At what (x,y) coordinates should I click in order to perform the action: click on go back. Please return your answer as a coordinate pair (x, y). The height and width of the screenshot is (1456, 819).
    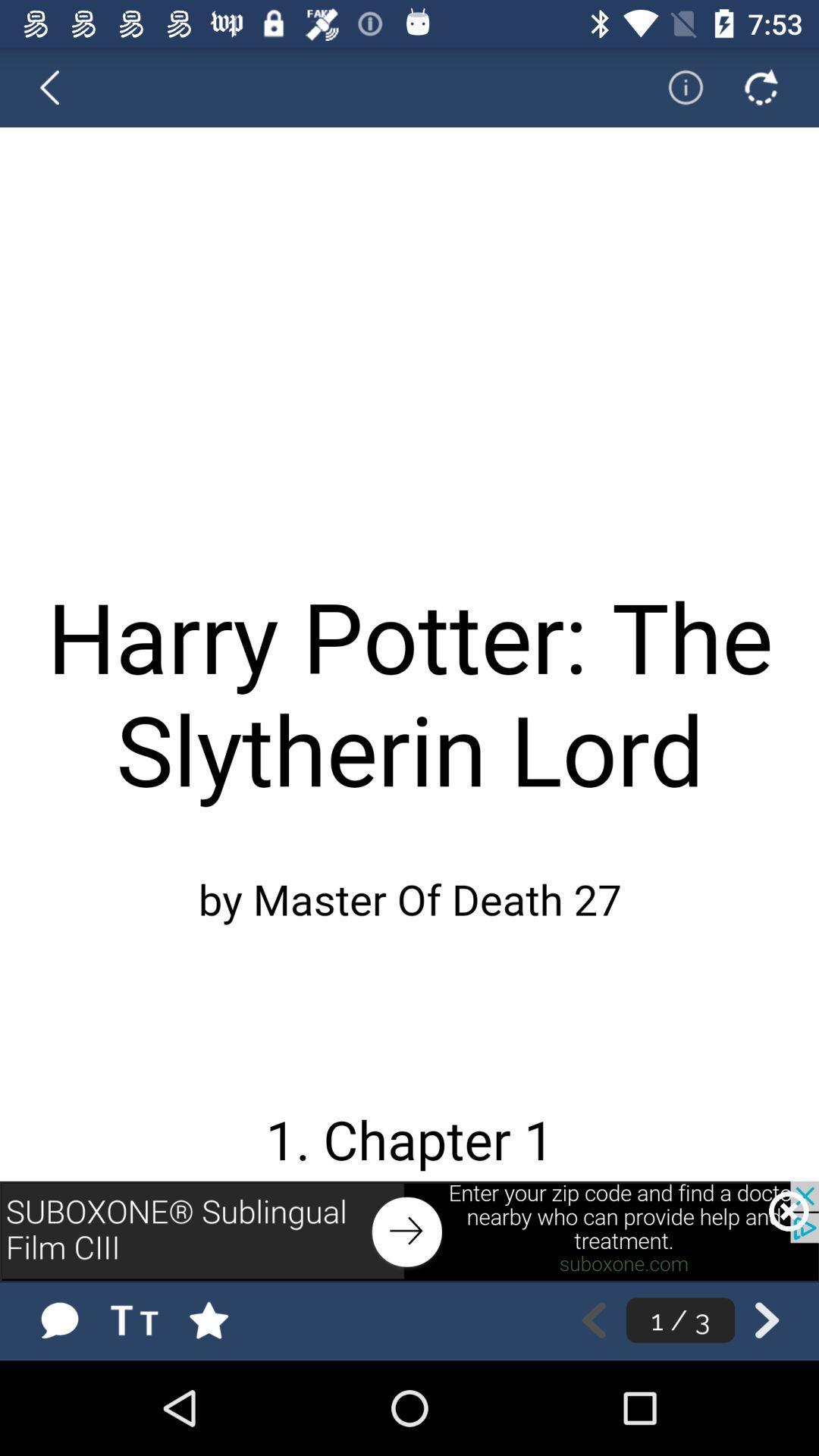
    Looking at the image, I should click on (58, 86).